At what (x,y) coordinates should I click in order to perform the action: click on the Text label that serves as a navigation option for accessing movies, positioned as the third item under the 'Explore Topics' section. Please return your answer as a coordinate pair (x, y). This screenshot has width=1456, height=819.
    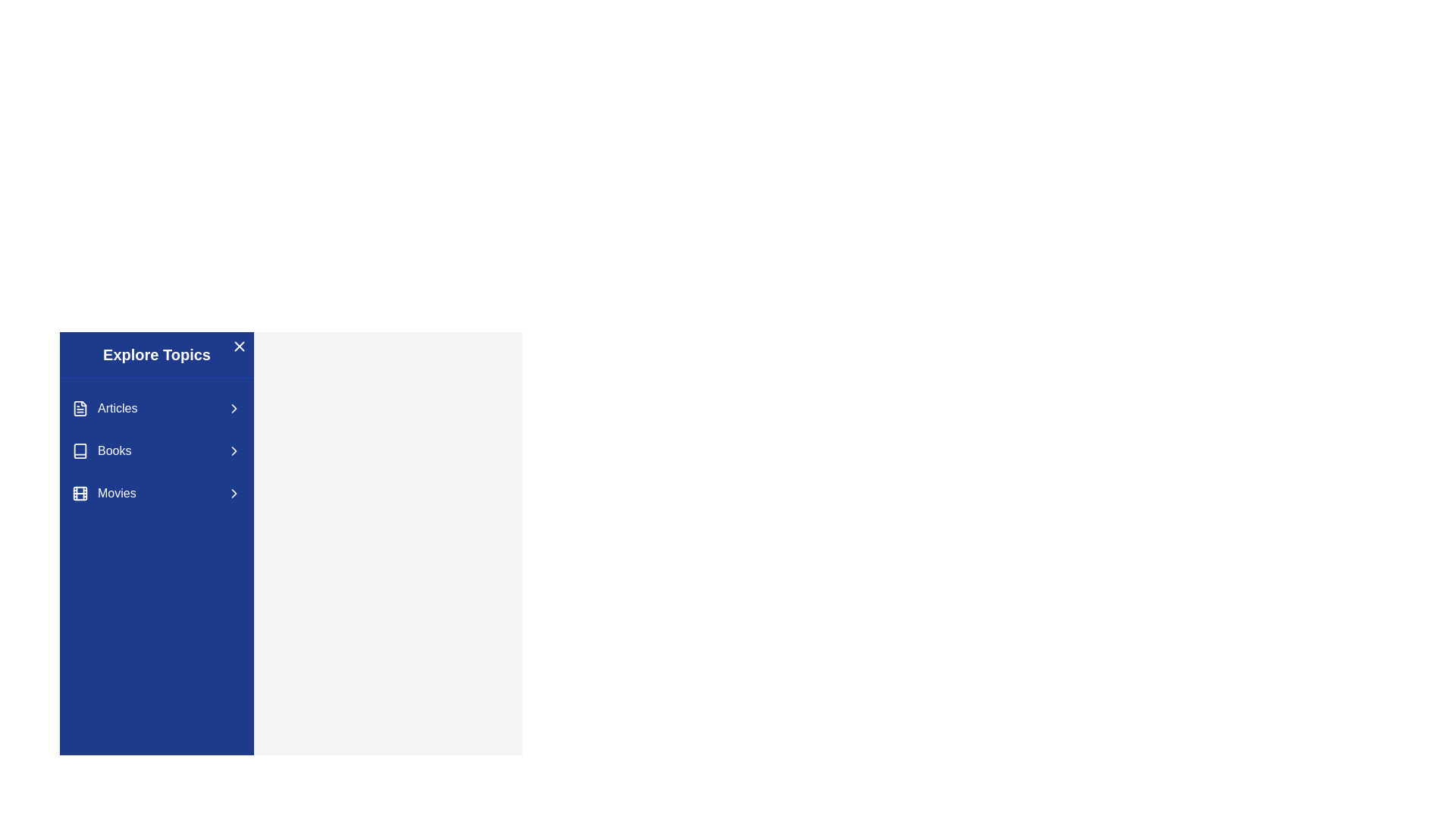
    Looking at the image, I should click on (116, 494).